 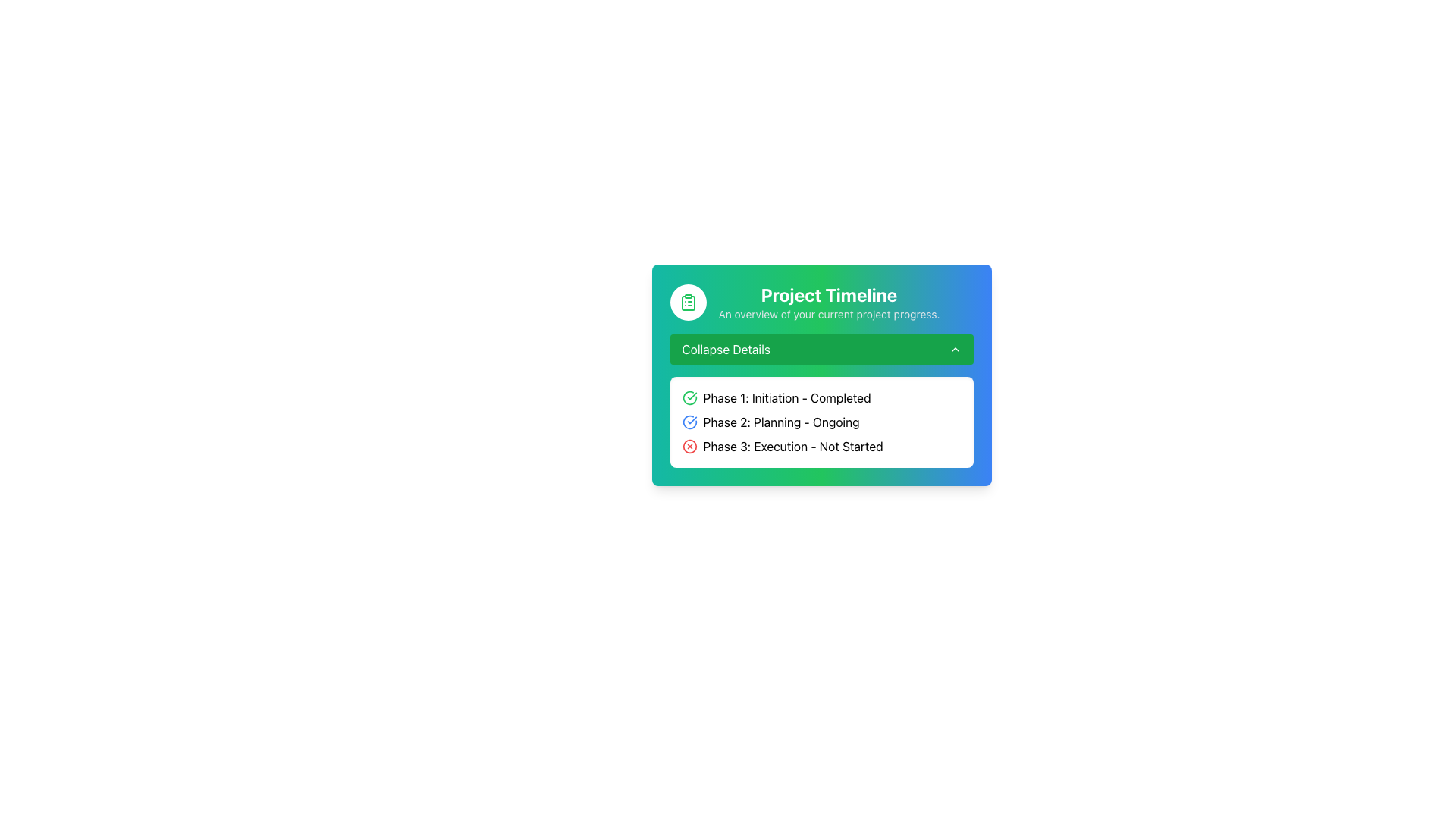 I want to click on the static text label indicating a collapsible section, located on the upper section of the green bar, positioned to the left side and aligned with an arrow icon, so click(x=725, y=350).